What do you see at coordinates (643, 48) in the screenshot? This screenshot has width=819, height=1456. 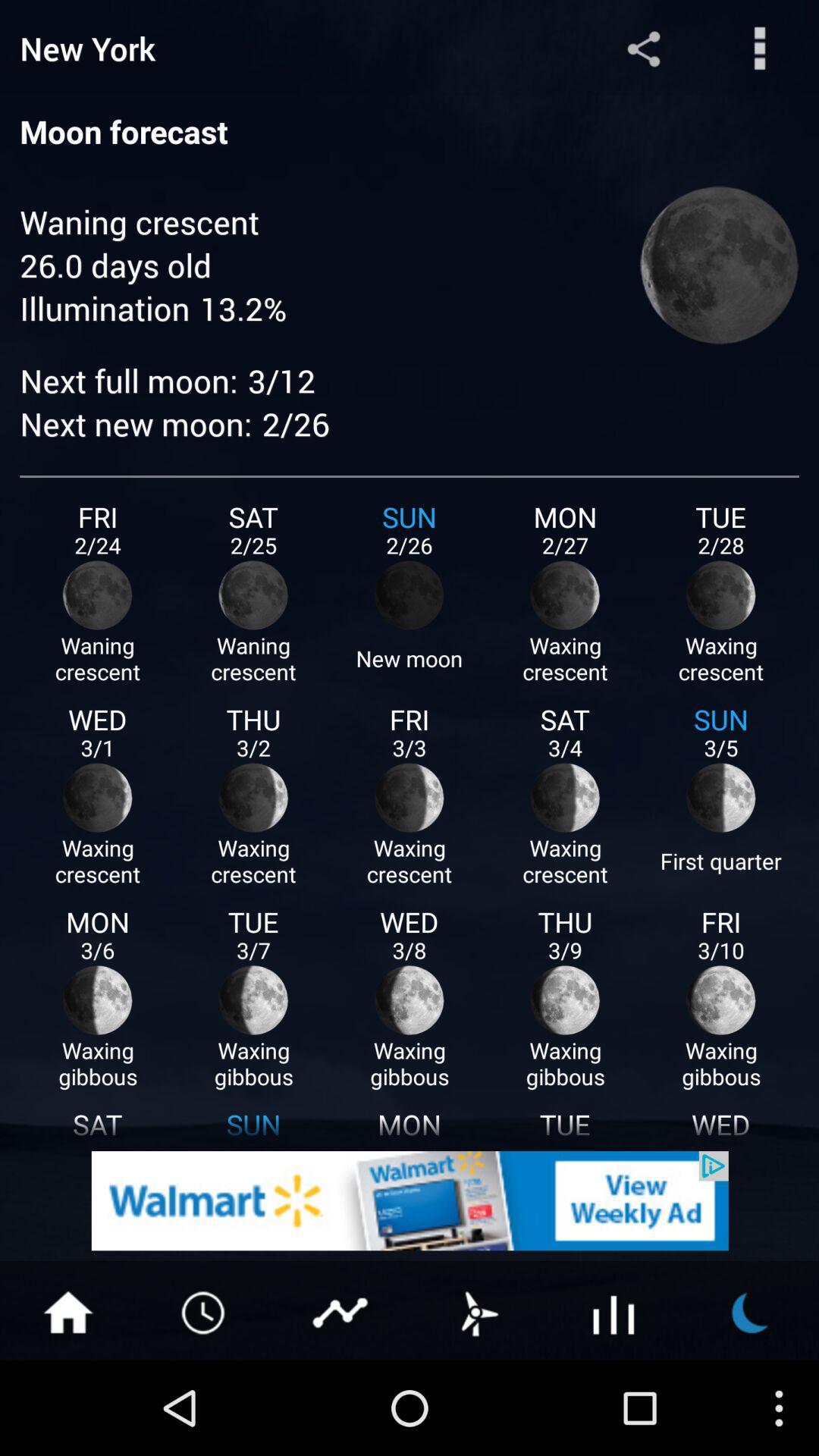 I see `share the details in this page to social media like facebook twitter instagram` at bounding box center [643, 48].